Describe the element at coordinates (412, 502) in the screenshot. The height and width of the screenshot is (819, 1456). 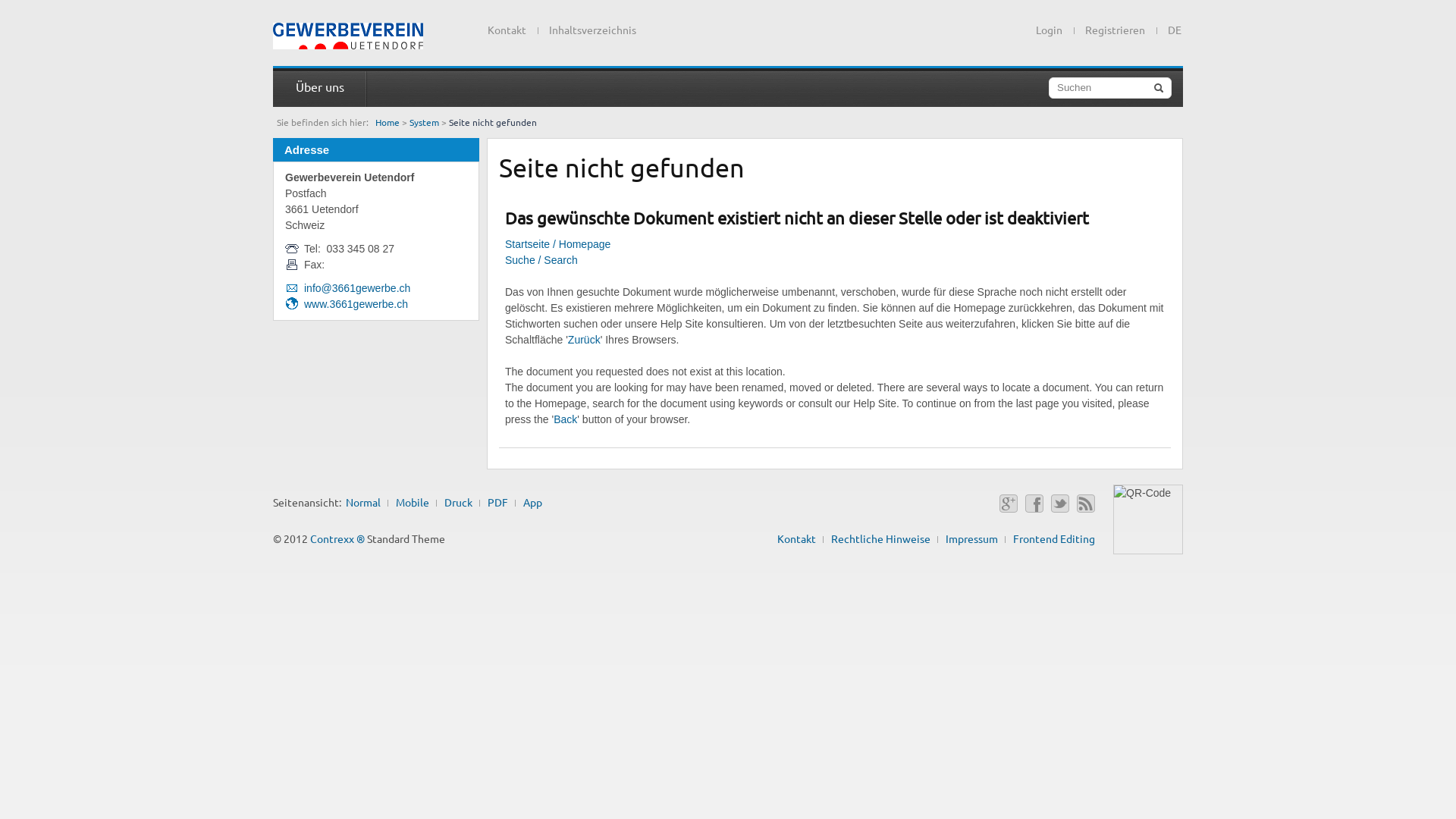
I see `'Mobile'` at that location.